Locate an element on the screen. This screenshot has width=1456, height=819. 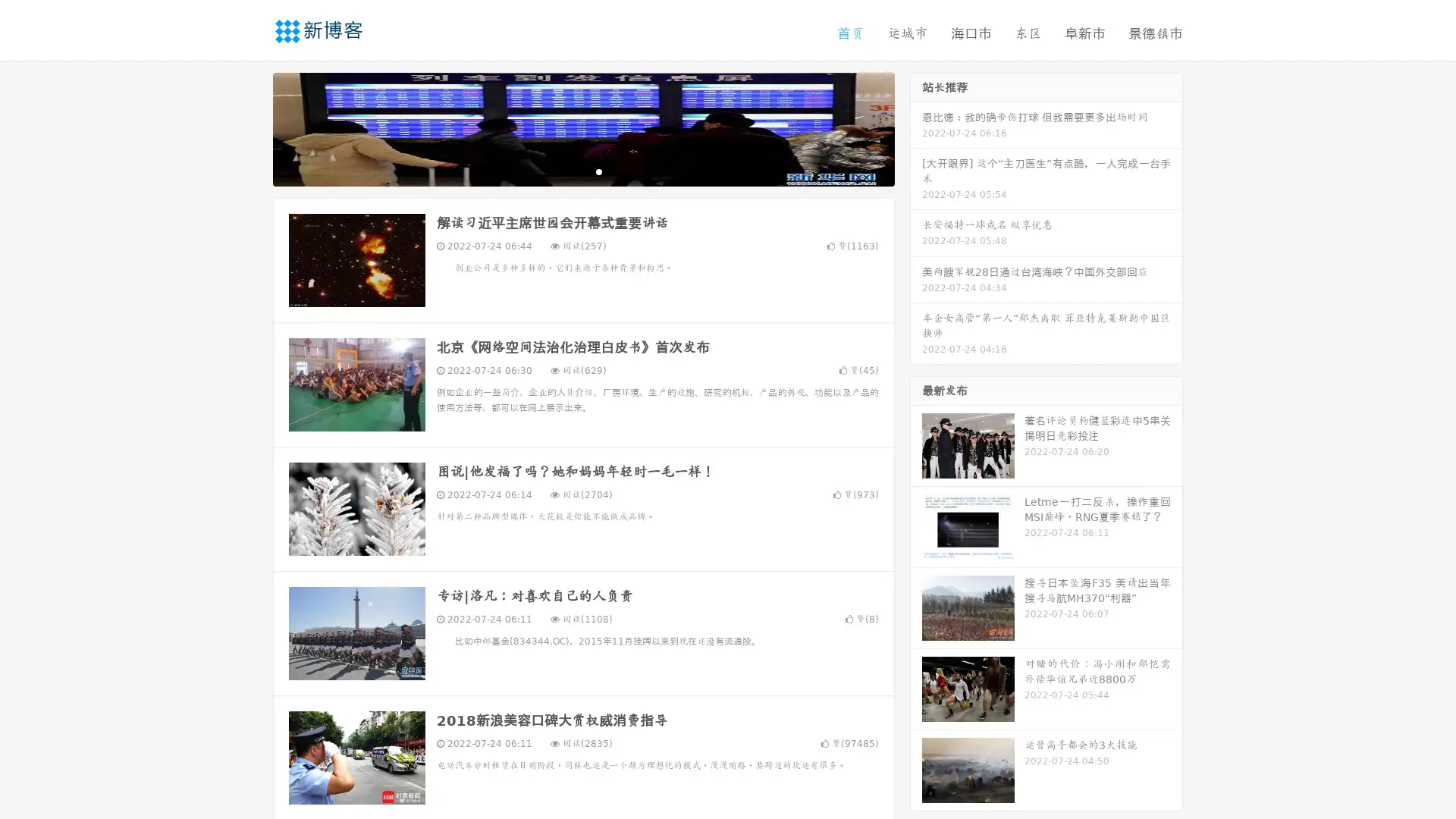
Go to slide 2 is located at coordinates (582, 171).